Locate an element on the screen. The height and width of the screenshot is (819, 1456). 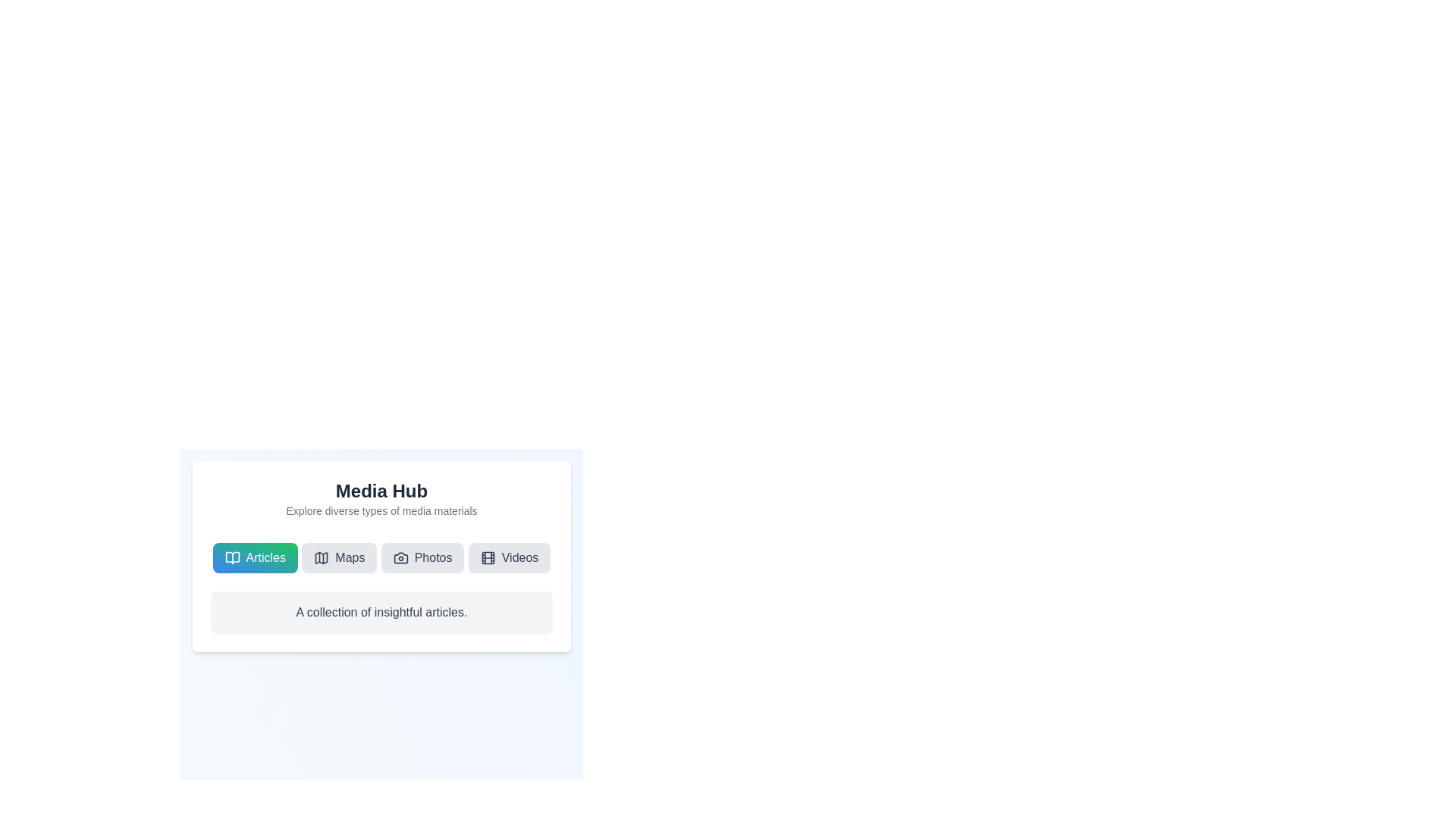
the 'Photos' label within the button that denotes the purpose of the button it is part of, located third from the left in a horizontal set of selectable items is located at coordinates (432, 558).